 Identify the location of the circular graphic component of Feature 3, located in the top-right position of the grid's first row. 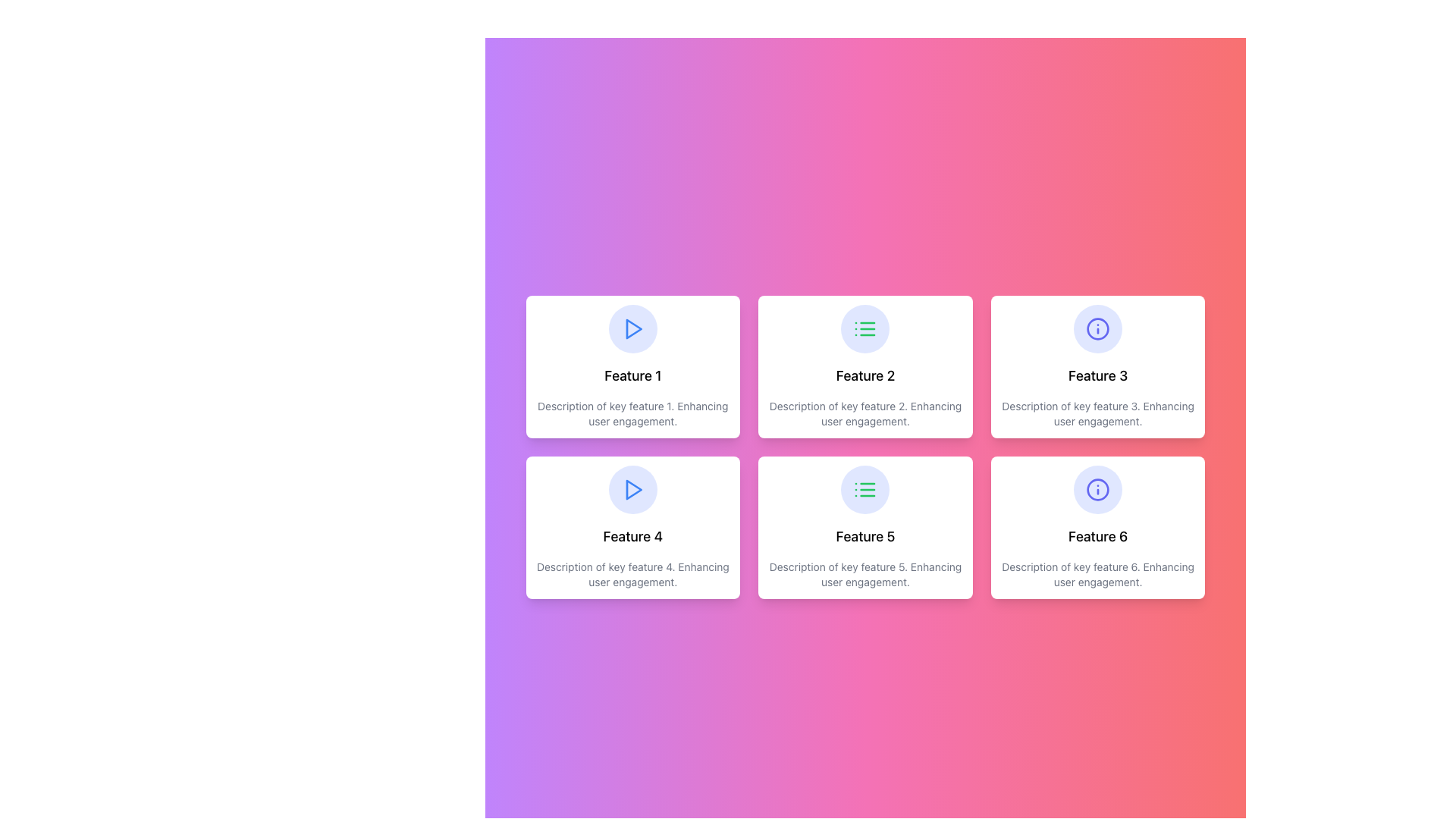
(1098, 489).